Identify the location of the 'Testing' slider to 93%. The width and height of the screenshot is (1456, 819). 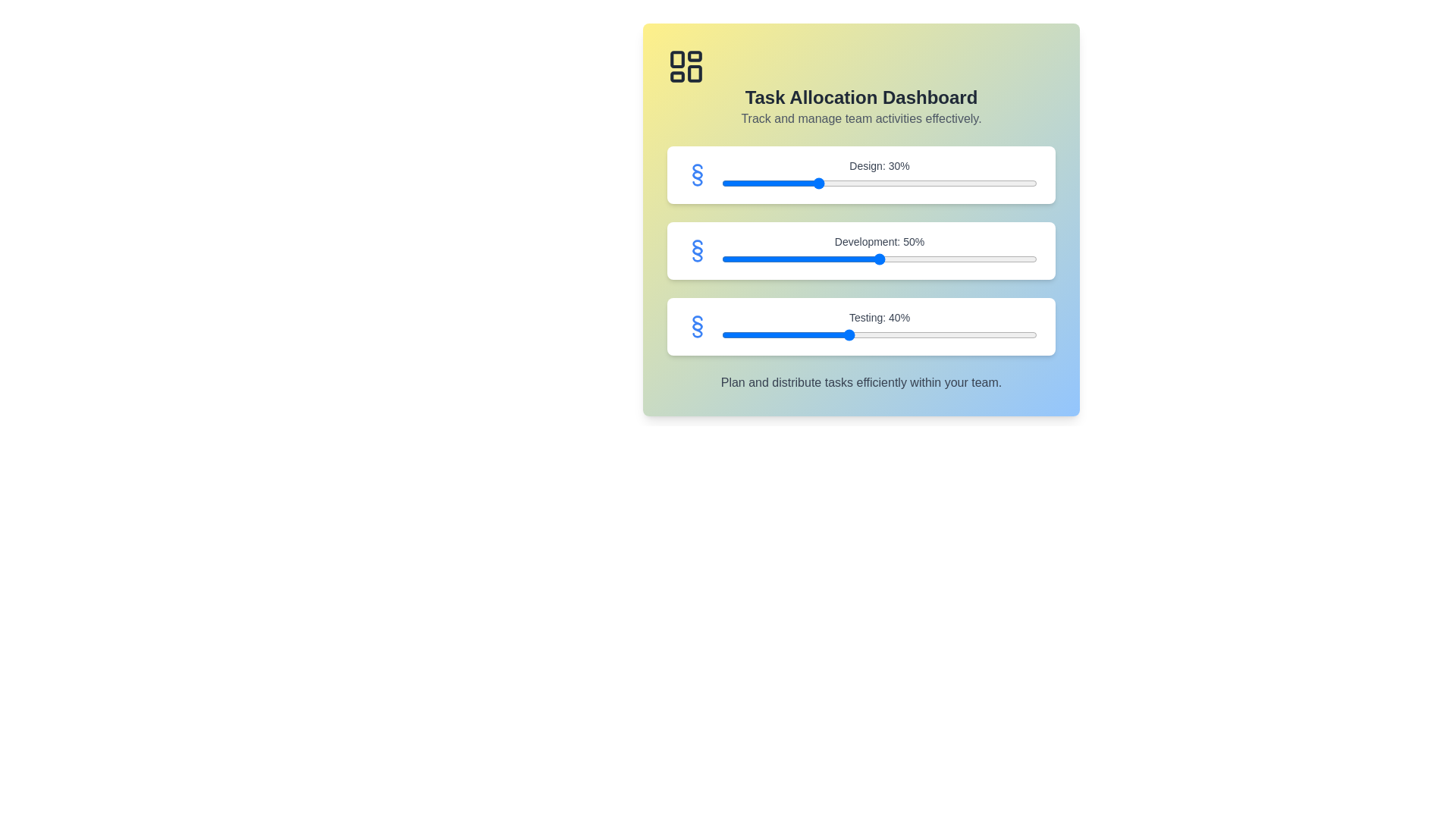
(1015, 334).